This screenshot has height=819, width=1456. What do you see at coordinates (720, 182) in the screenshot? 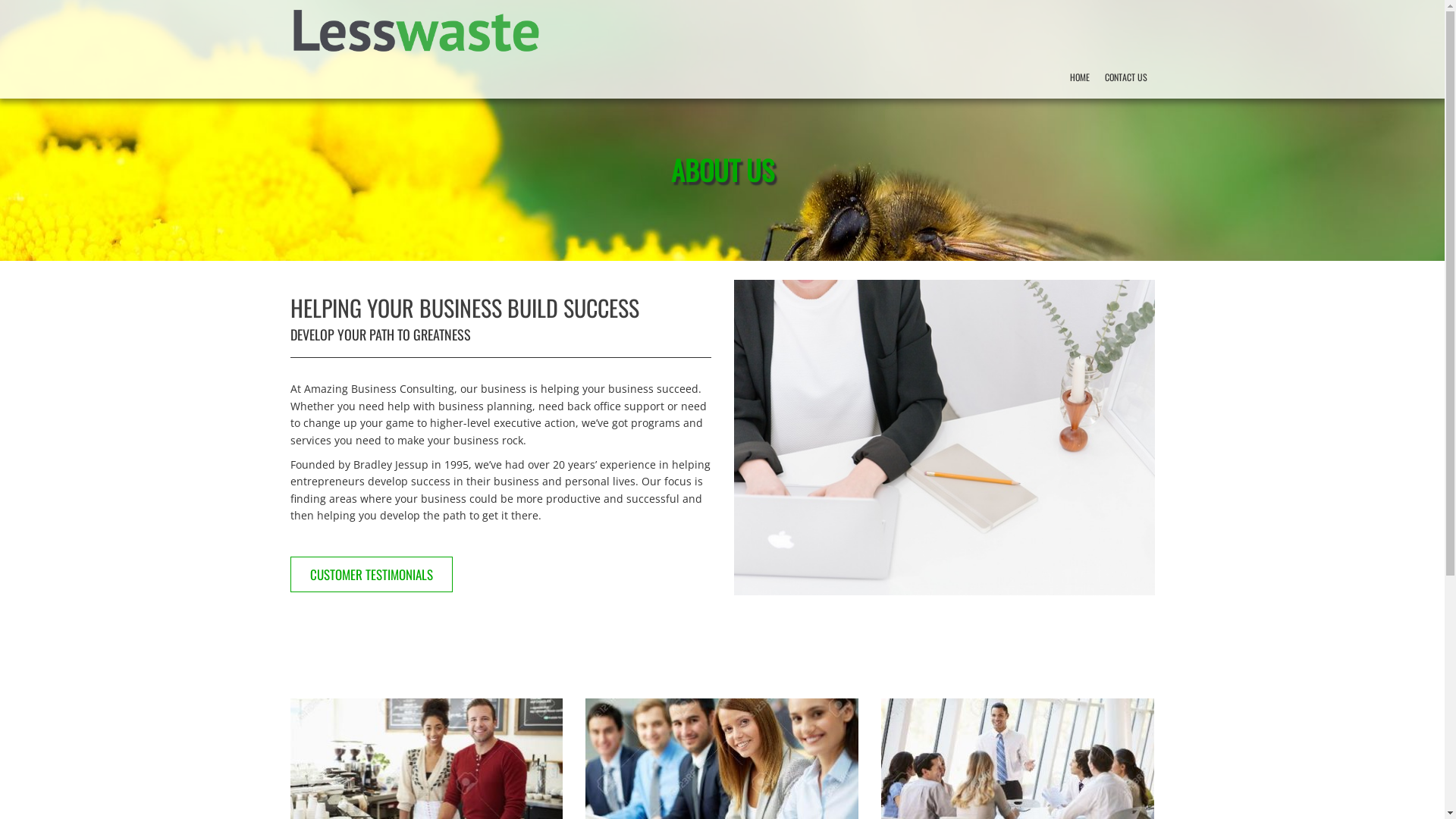
I see `'ABOUT US'` at bounding box center [720, 182].